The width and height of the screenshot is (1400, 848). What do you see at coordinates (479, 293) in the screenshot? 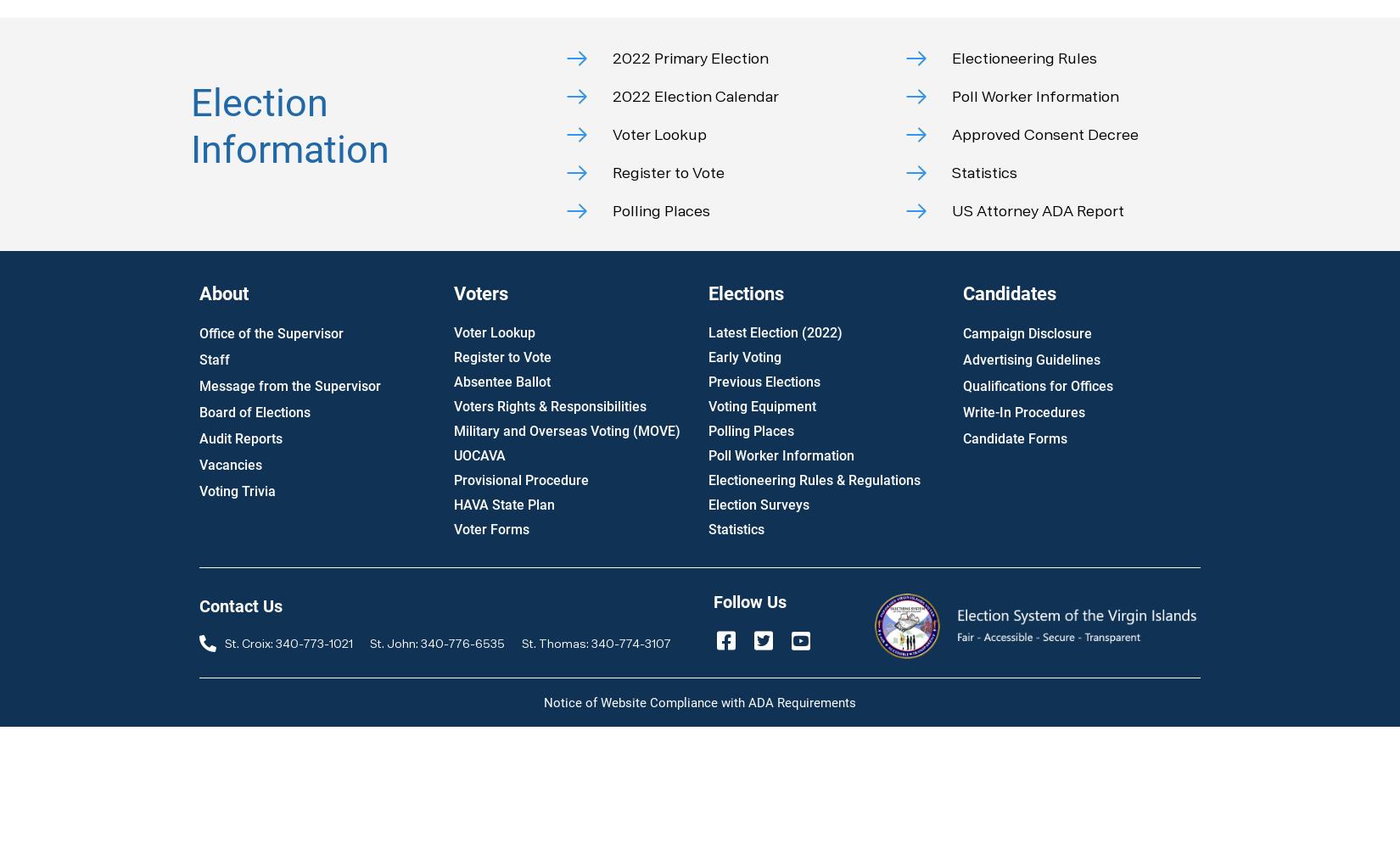
I see `'Voters'` at bounding box center [479, 293].